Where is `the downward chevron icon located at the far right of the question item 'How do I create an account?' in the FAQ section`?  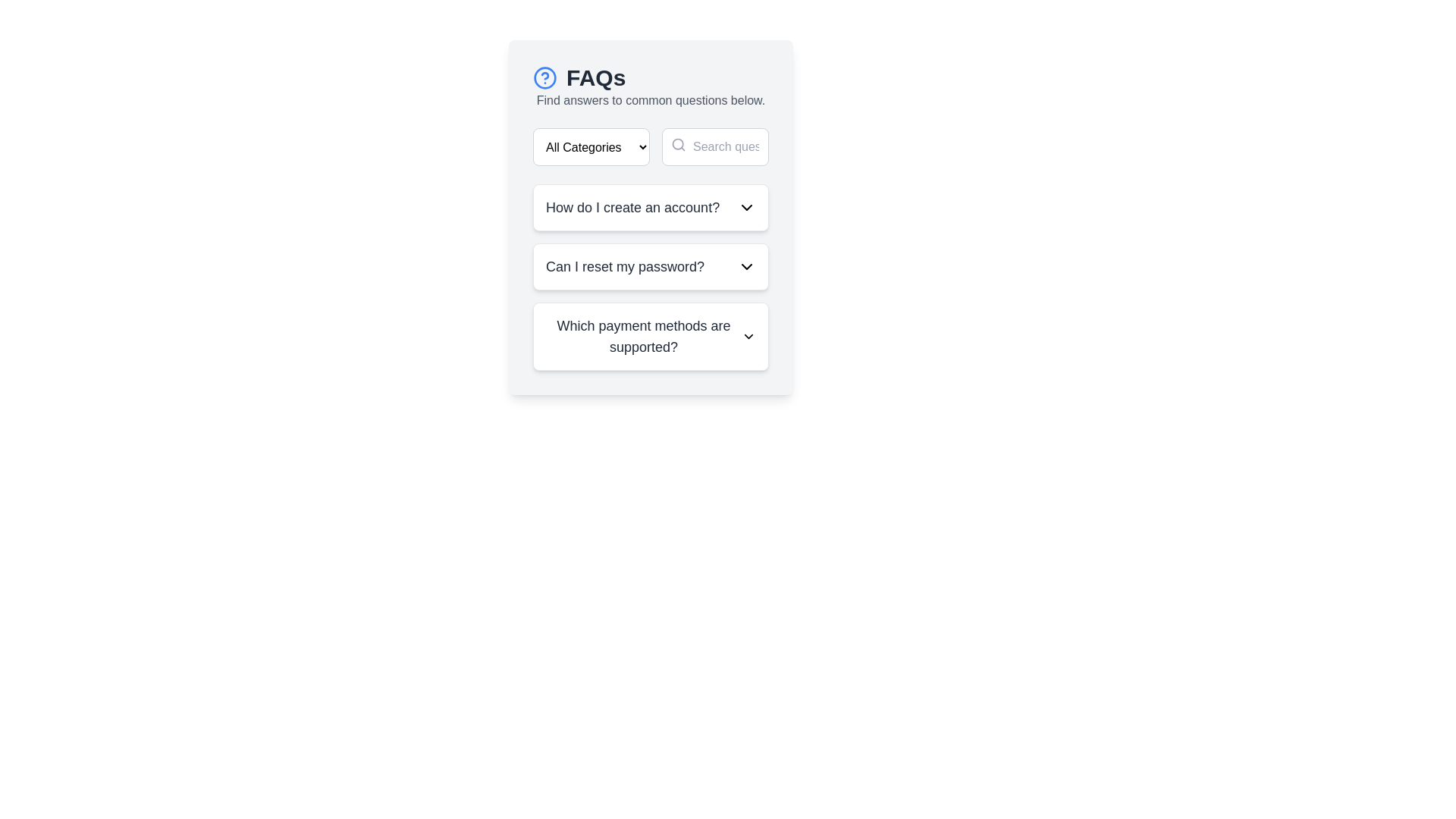
the downward chevron icon located at the far right of the question item 'How do I create an account?' in the FAQ section is located at coordinates (746, 207).